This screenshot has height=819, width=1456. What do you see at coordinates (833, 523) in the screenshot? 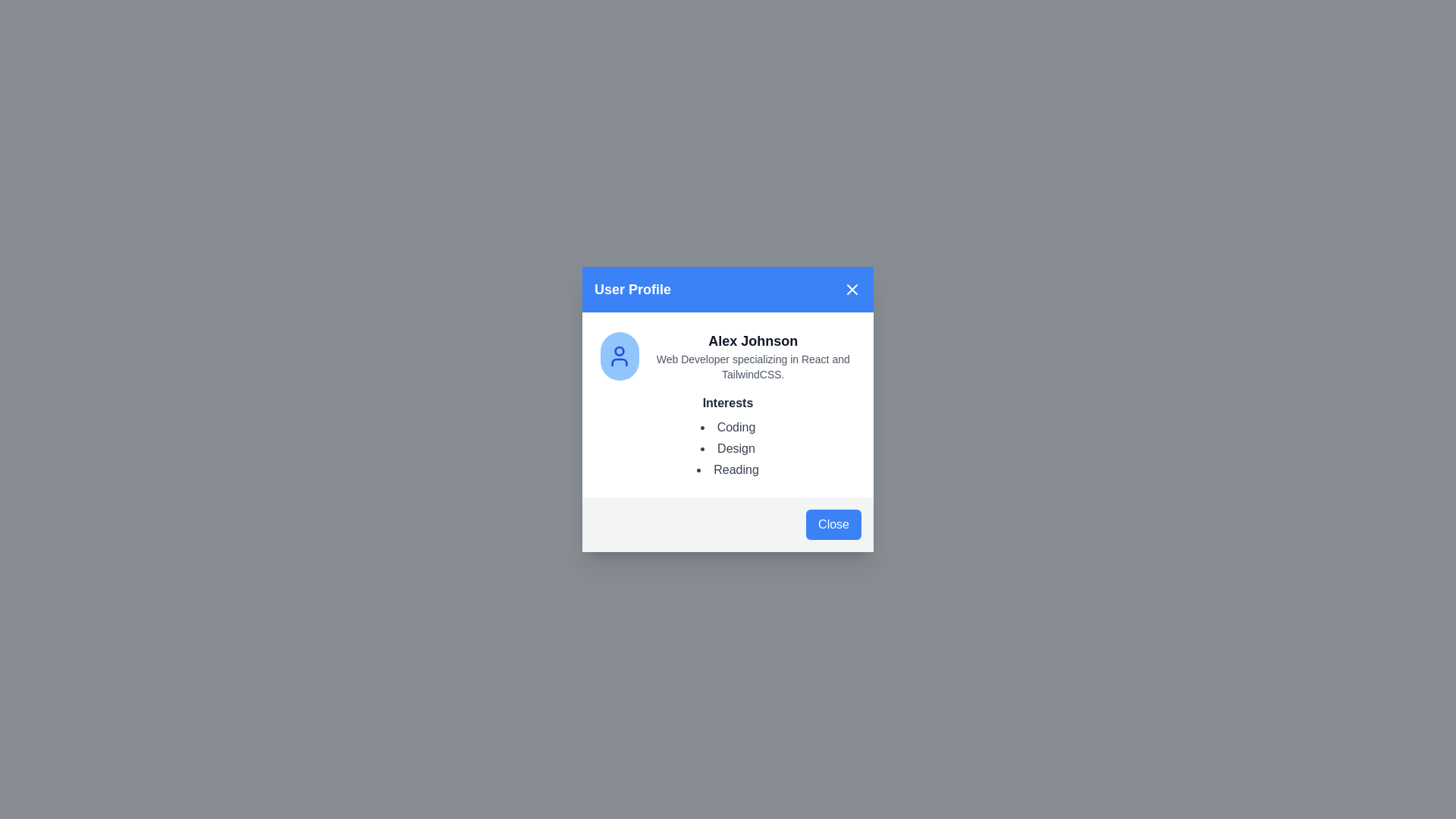
I see `the close button located on the right side of the light gray footer bar at the bottom of the modal dialog` at bounding box center [833, 523].